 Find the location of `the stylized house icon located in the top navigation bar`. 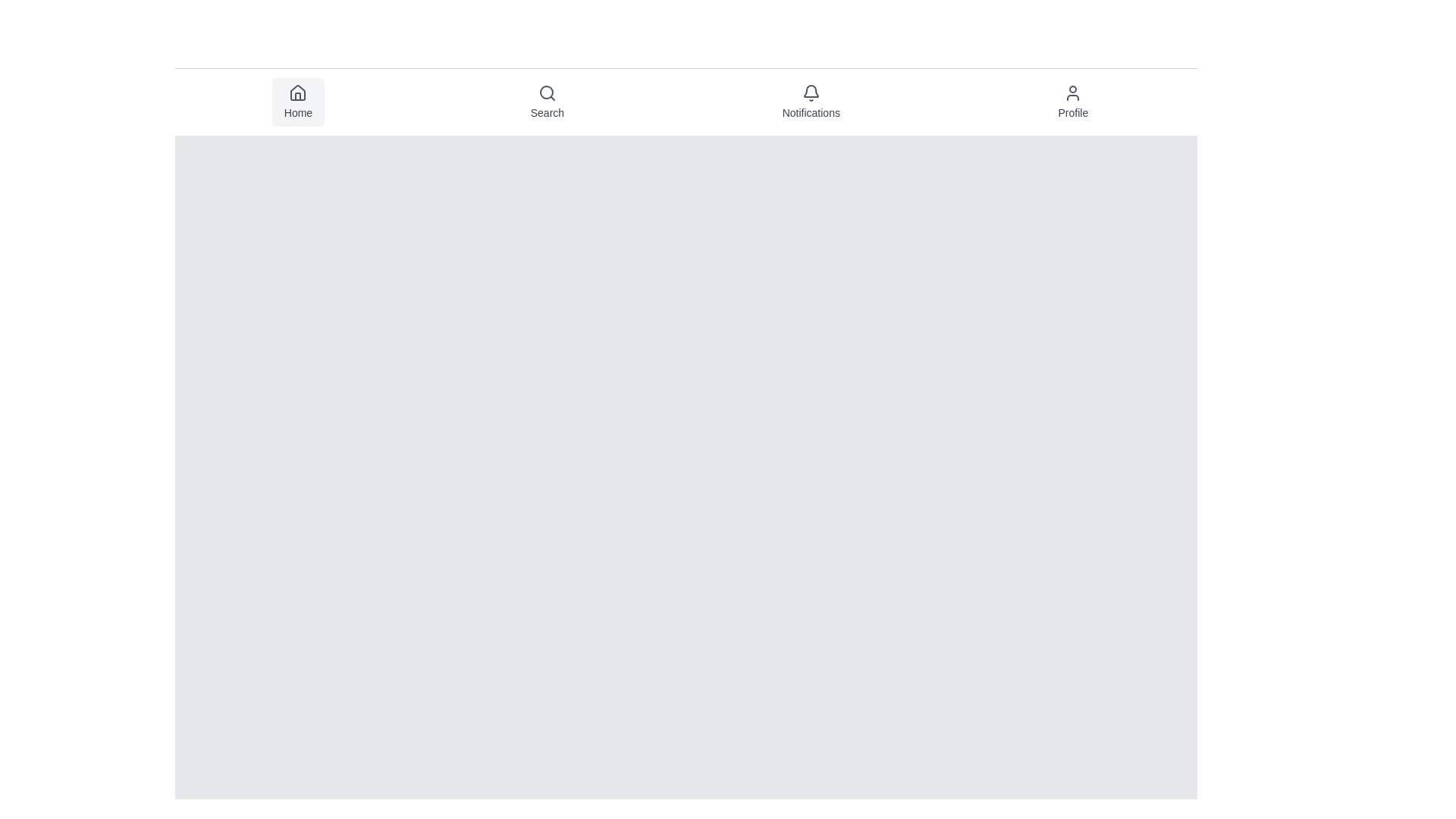

the stylized house icon located in the top navigation bar is located at coordinates (298, 93).